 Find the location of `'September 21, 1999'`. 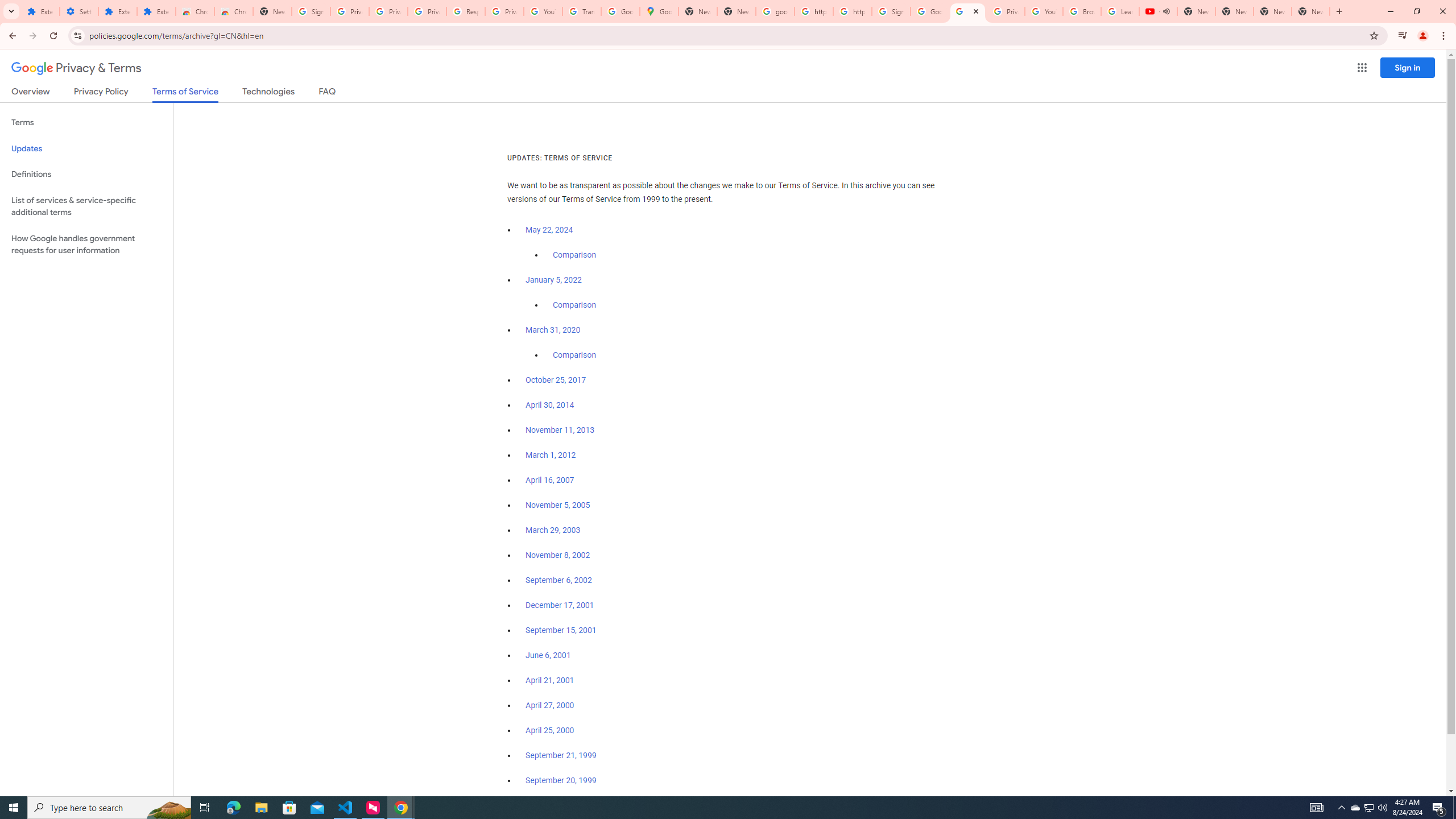

'September 21, 1999' is located at coordinates (561, 754).